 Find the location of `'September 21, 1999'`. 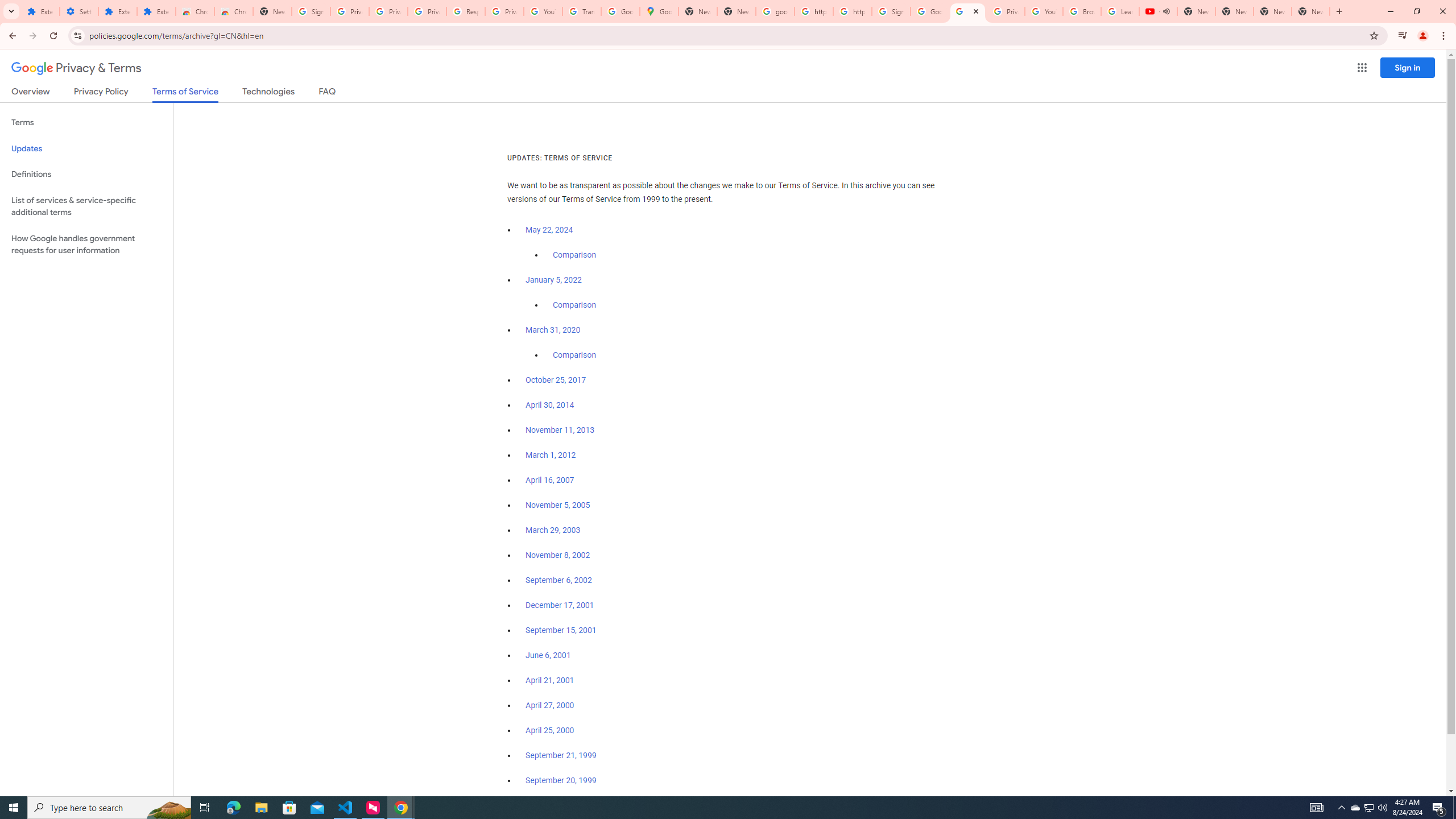

'September 21, 1999' is located at coordinates (561, 754).